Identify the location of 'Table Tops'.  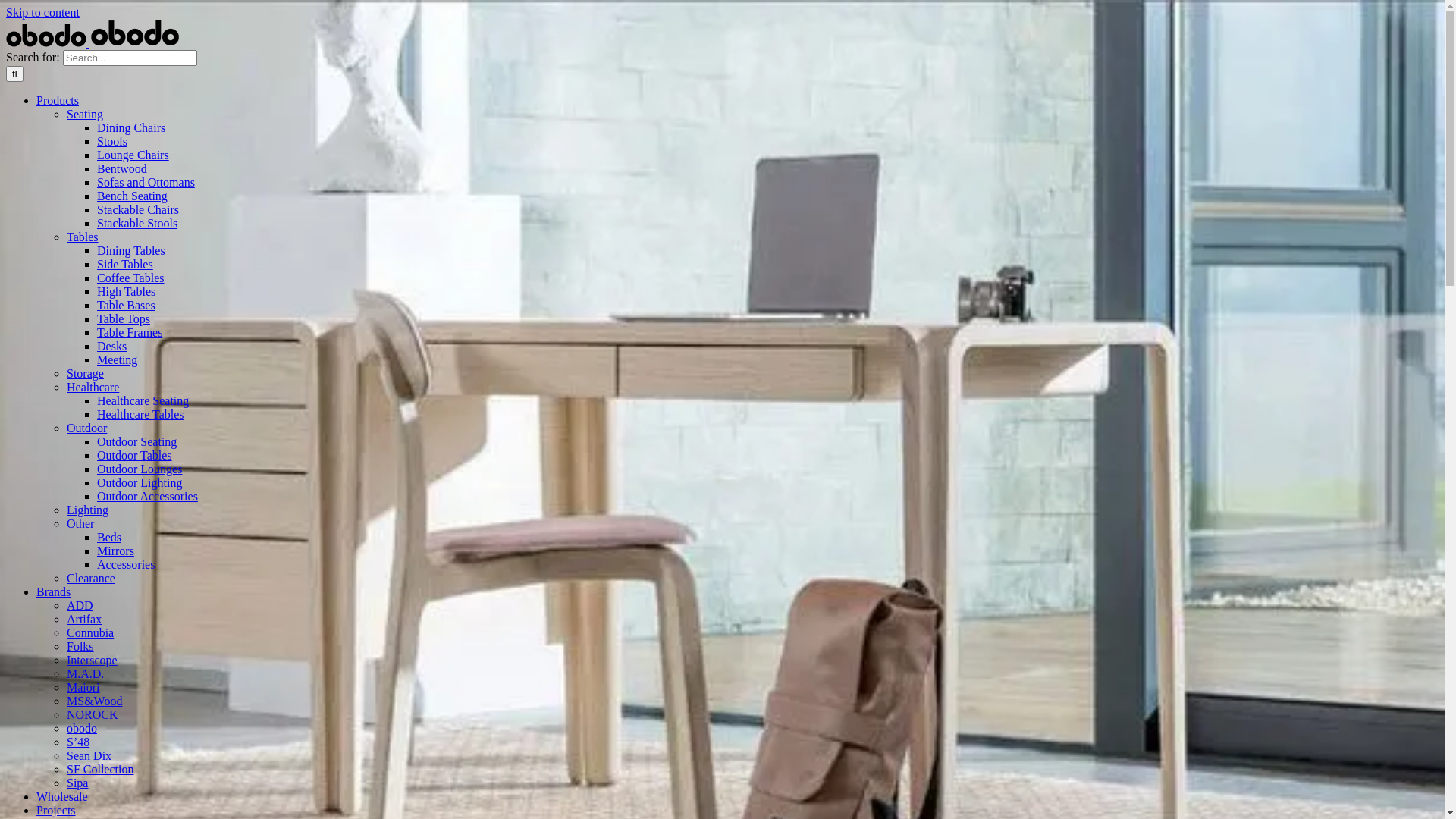
(96, 318).